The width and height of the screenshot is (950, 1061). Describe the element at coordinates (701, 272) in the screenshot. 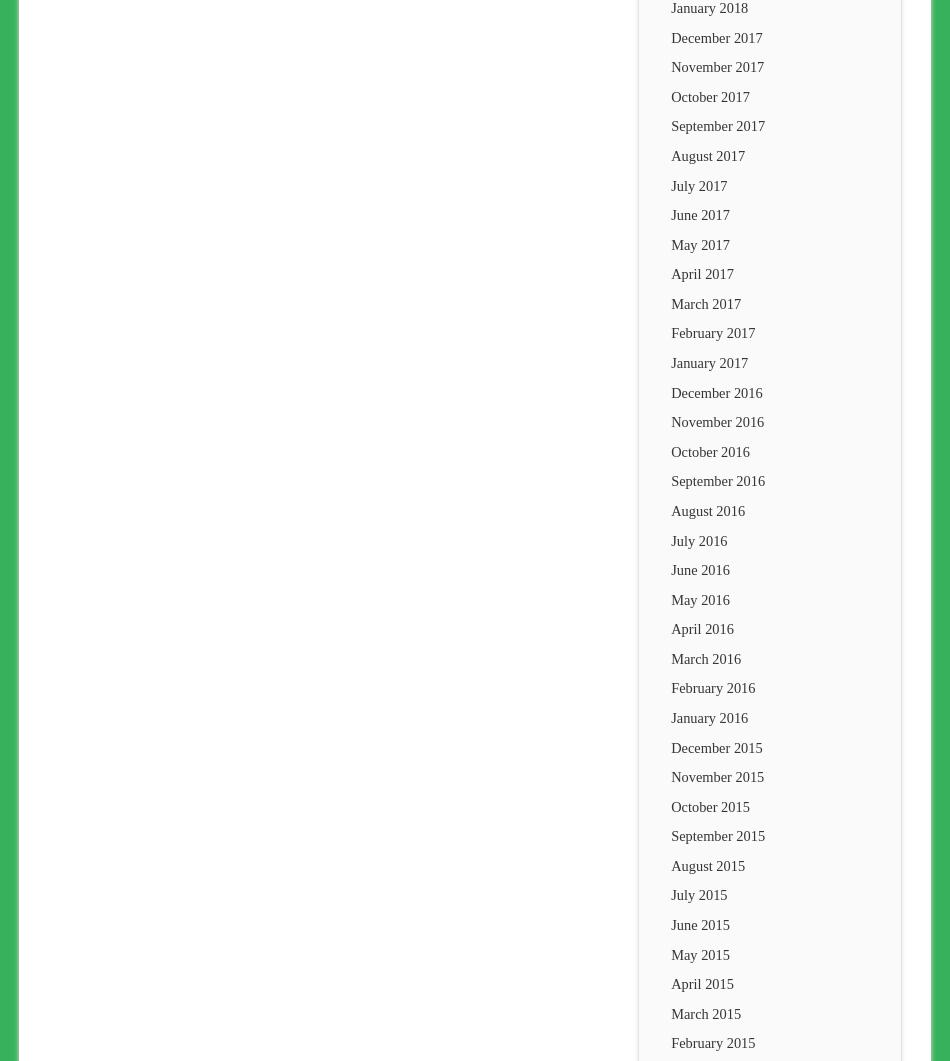

I see `'April 2017'` at that location.